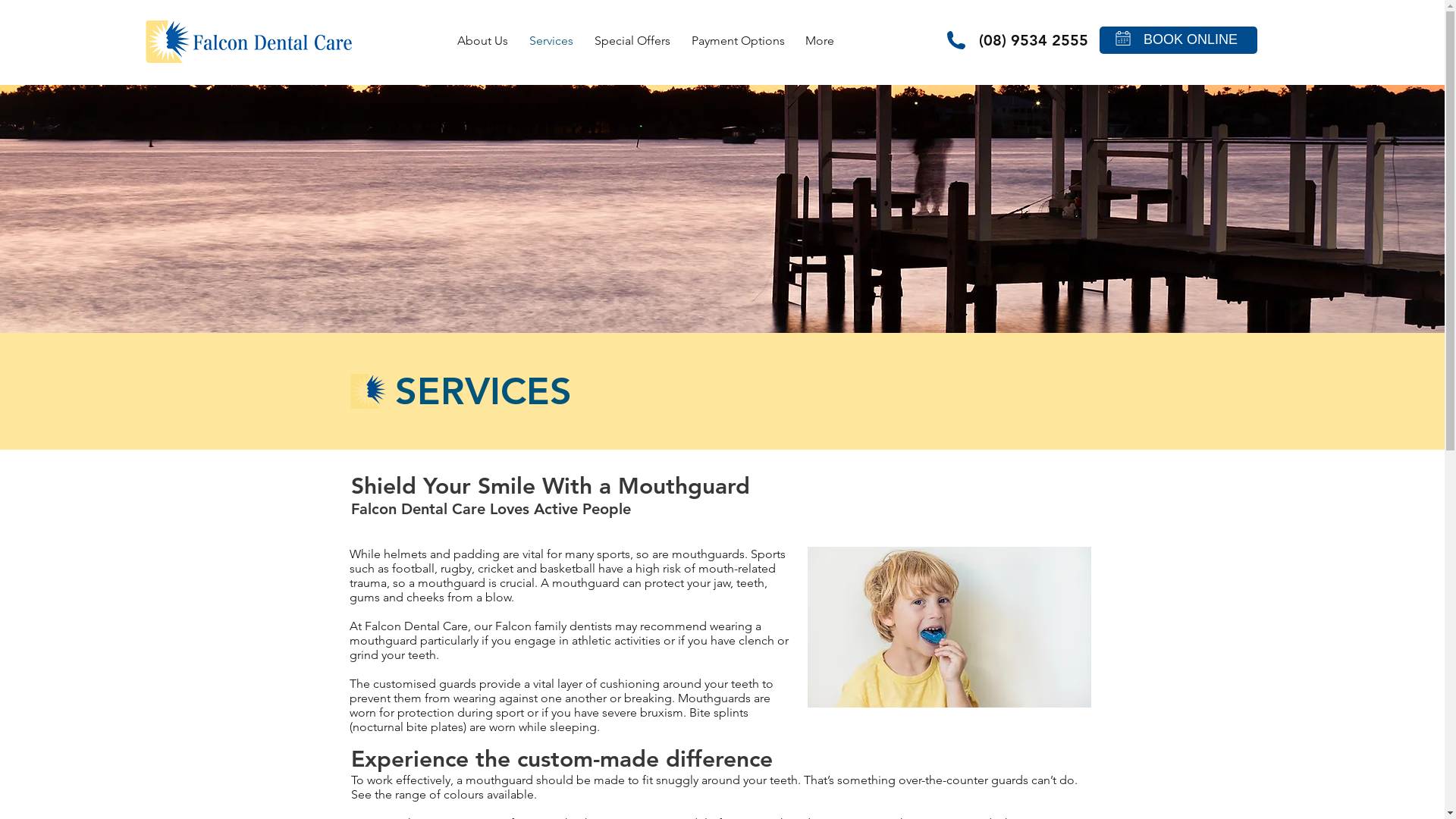 The width and height of the screenshot is (1456, 819). What do you see at coordinates (1189, 39) in the screenshot?
I see `'BOOK ONLINE'` at bounding box center [1189, 39].